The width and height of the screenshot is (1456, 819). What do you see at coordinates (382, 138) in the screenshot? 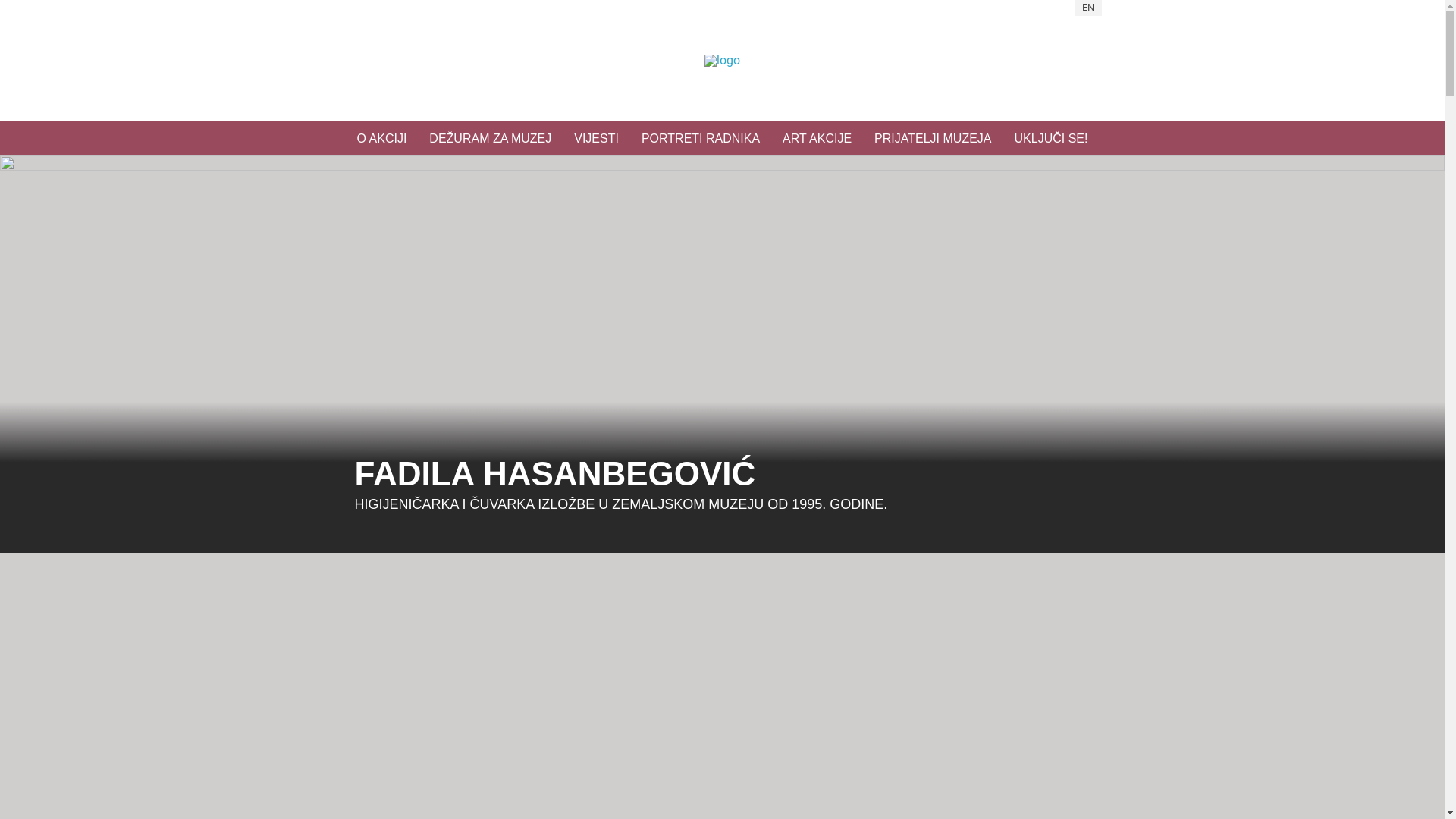
I see `'O AKCIJI'` at bounding box center [382, 138].